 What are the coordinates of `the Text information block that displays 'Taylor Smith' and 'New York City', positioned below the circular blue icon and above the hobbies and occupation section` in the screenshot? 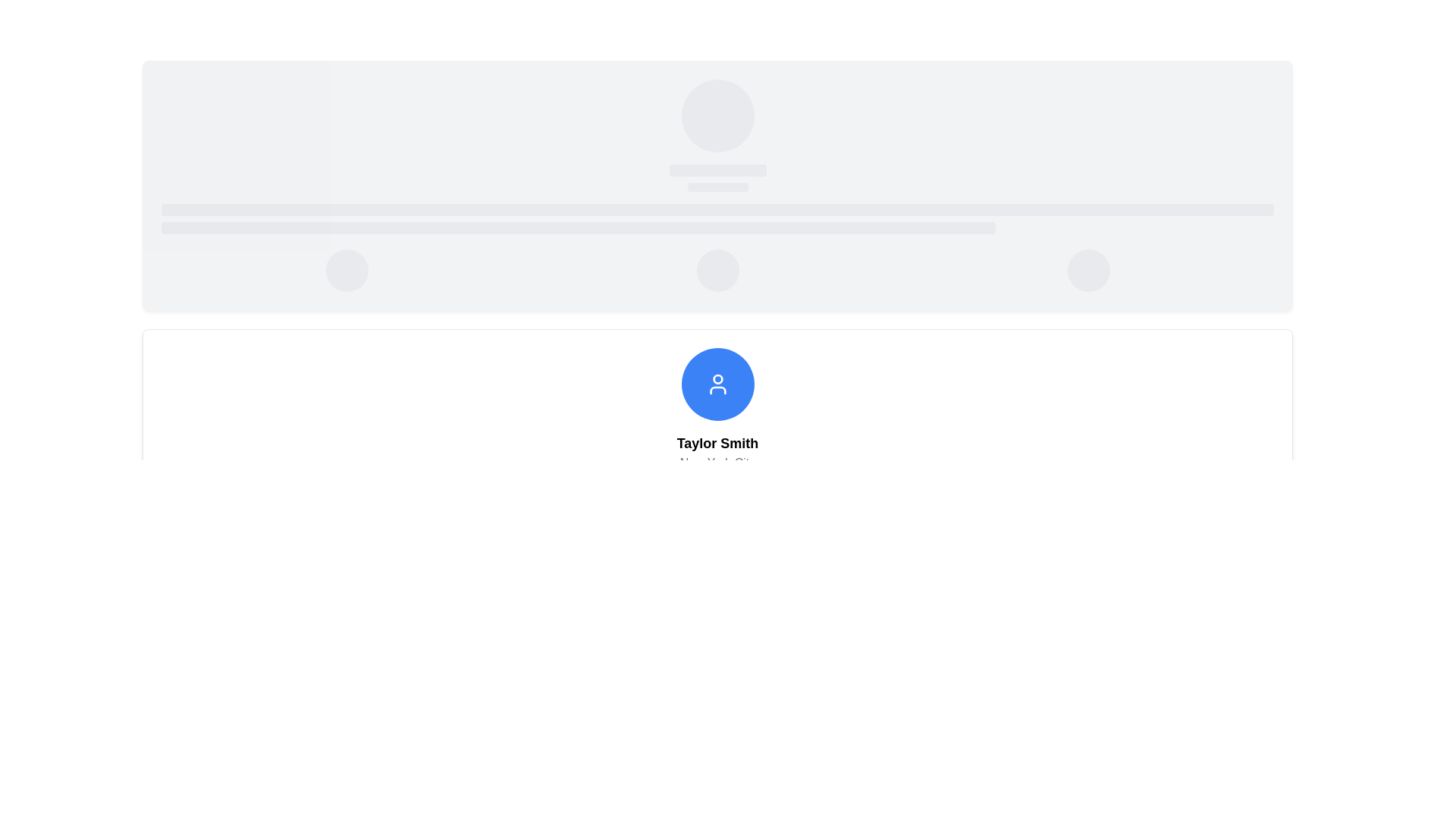 It's located at (717, 452).